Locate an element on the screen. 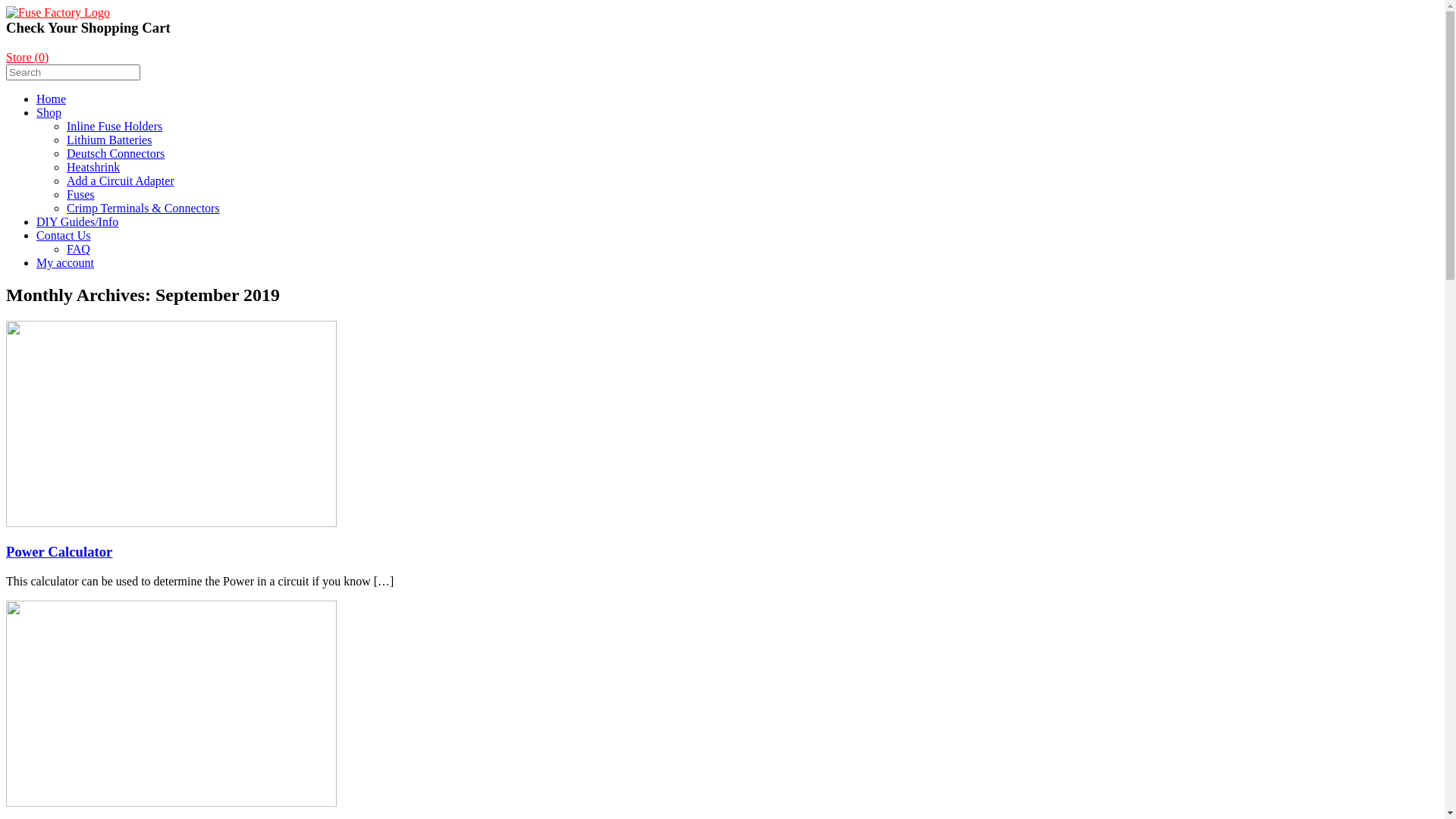  'Add a Circuit Adapter' is located at coordinates (65, 180).